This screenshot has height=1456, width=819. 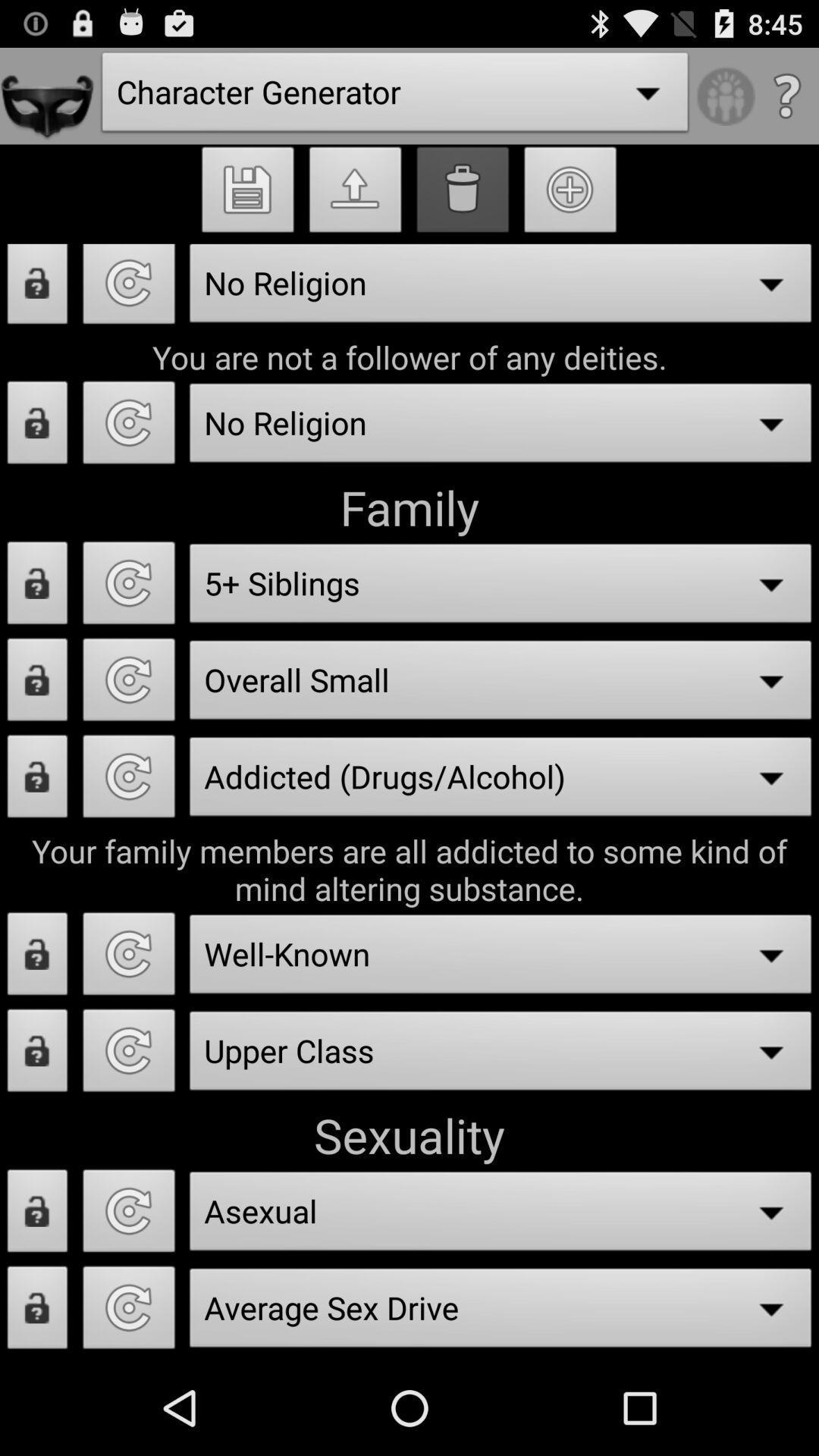 I want to click on the add icon, so click(x=570, y=207).